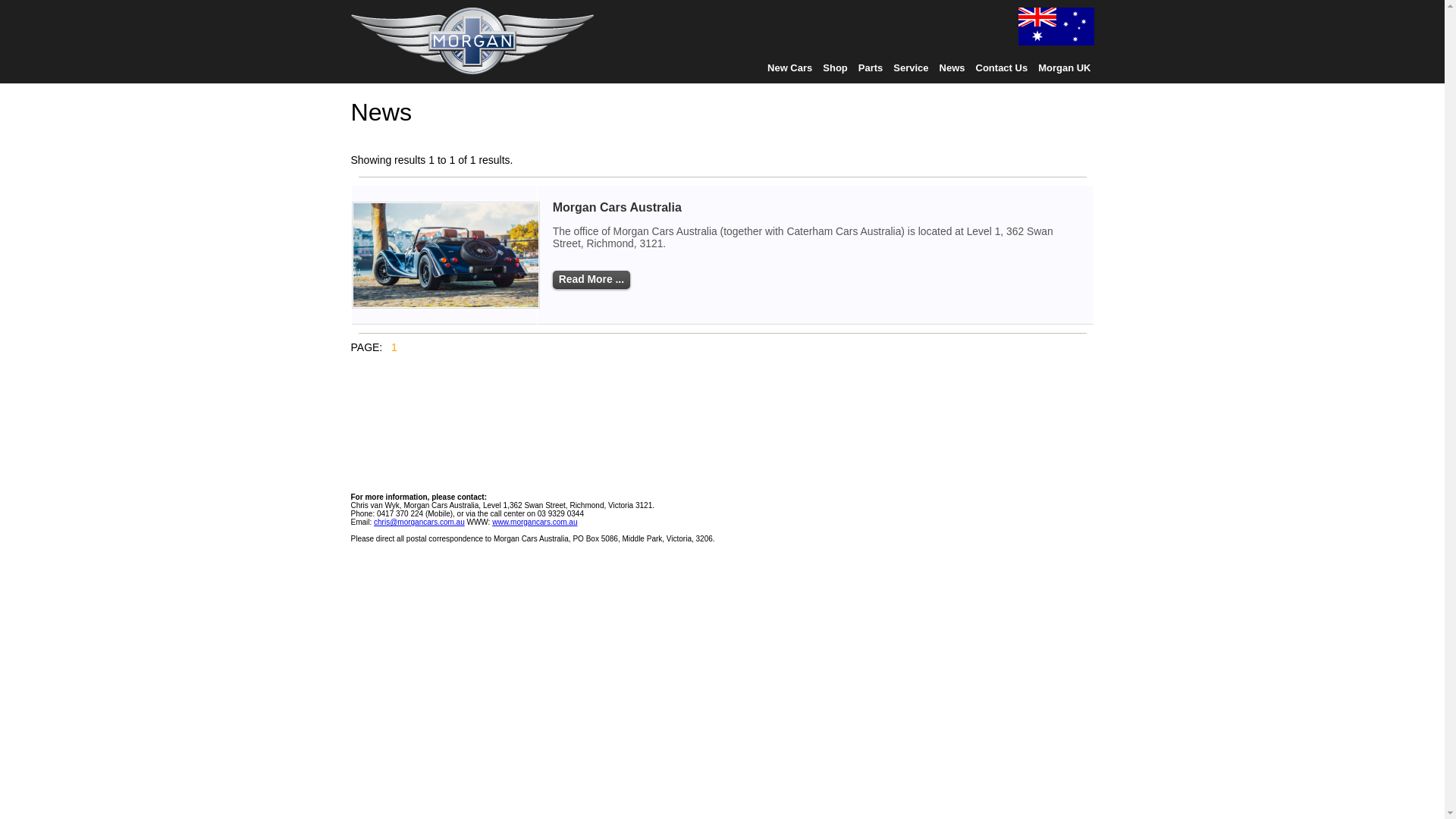 The width and height of the screenshot is (1456, 819). What do you see at coordinates (910, 67) in the screenshot?
I see `'Service'` at bounding box center [910, 67].